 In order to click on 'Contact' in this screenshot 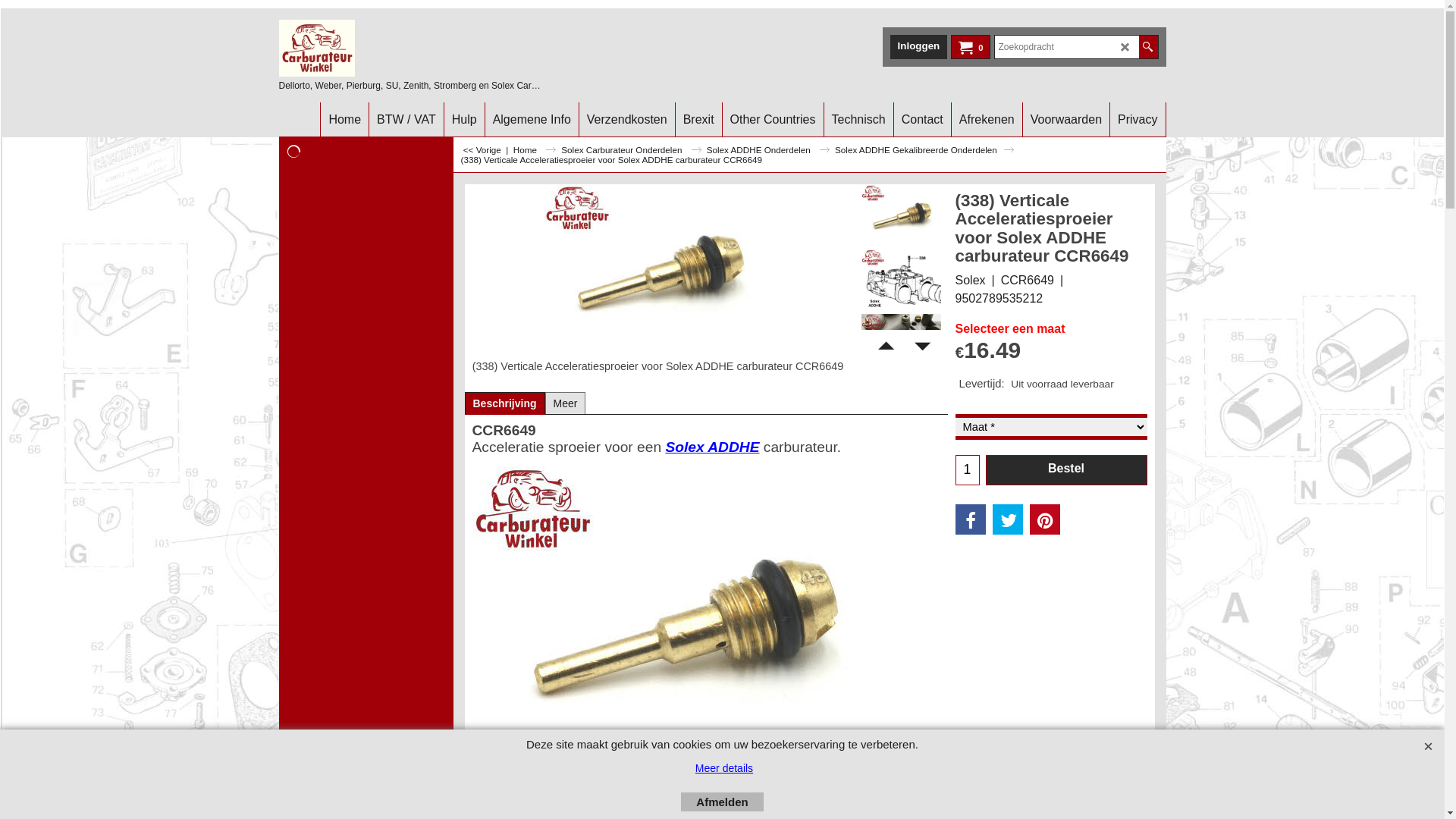, I will do `click(921, 118)`.